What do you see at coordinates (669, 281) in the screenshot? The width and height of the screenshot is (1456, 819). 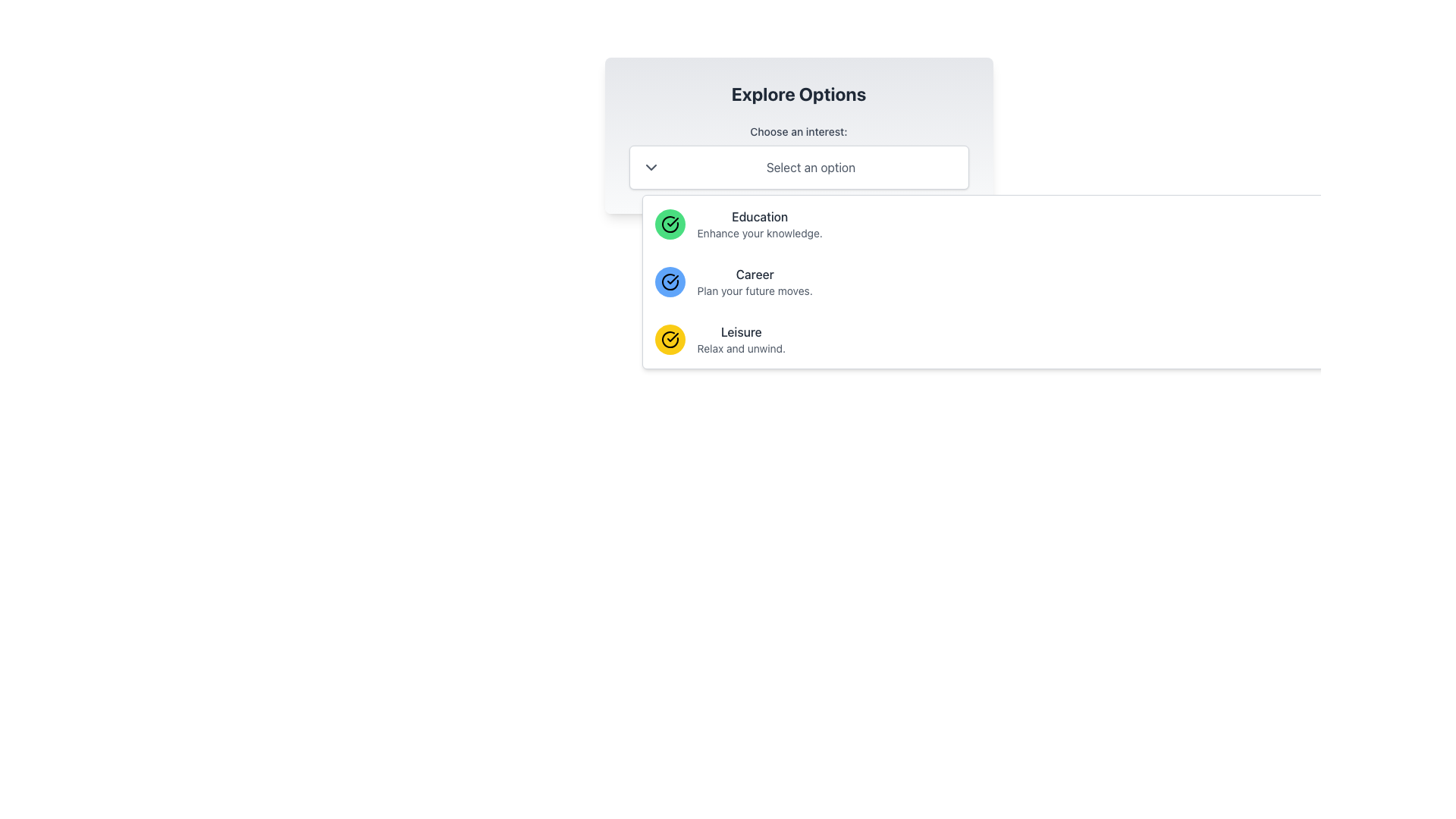 I see `the circular blue icon with a check mark inside, representing the 'Career' entry in the drop-down menu under 'Choose an interest'` at bounding box center [669, 281].